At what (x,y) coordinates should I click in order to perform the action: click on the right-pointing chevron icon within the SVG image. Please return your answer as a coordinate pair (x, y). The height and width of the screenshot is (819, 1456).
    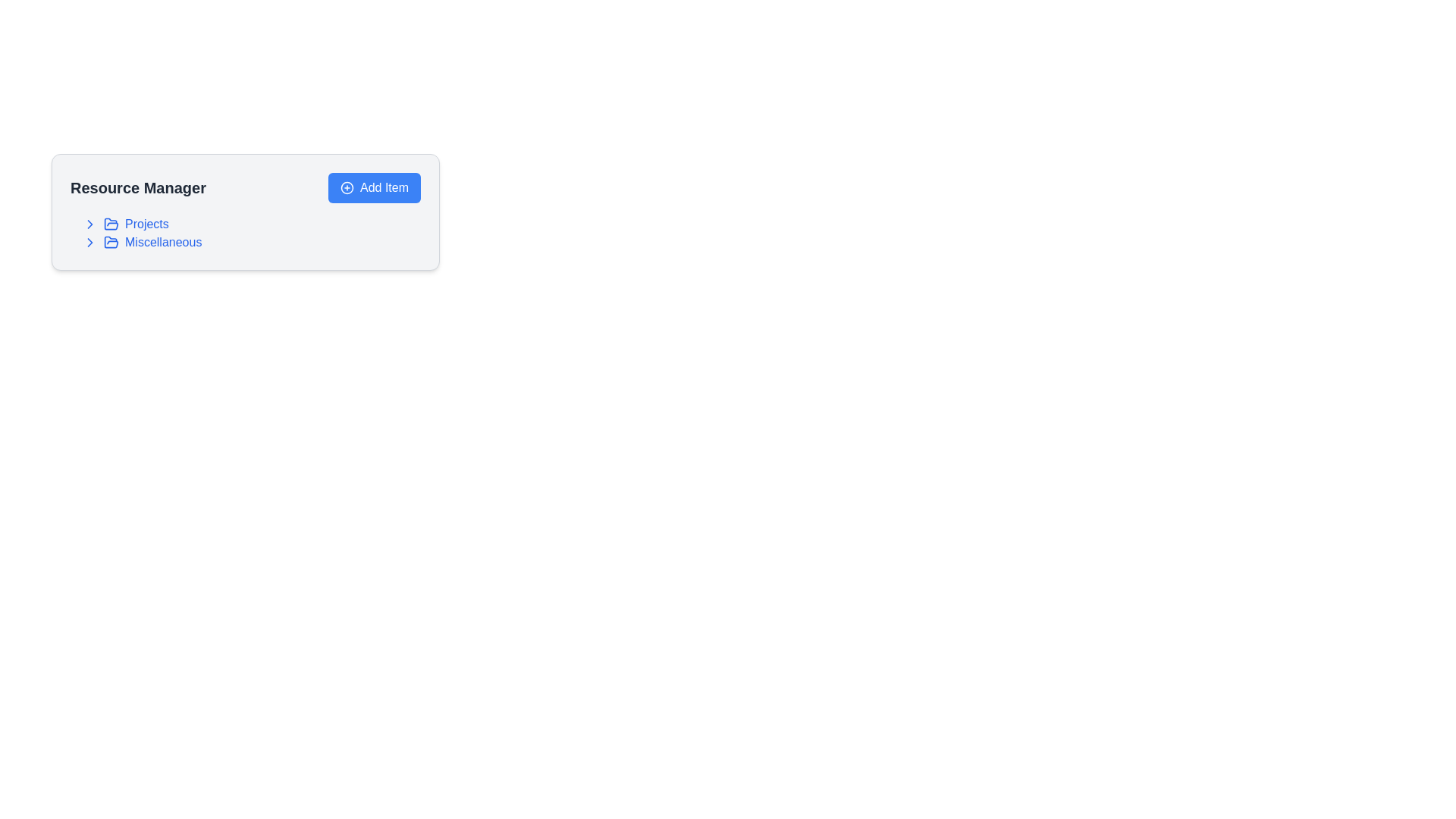
    Looking at the image, I should click on (89, 242).